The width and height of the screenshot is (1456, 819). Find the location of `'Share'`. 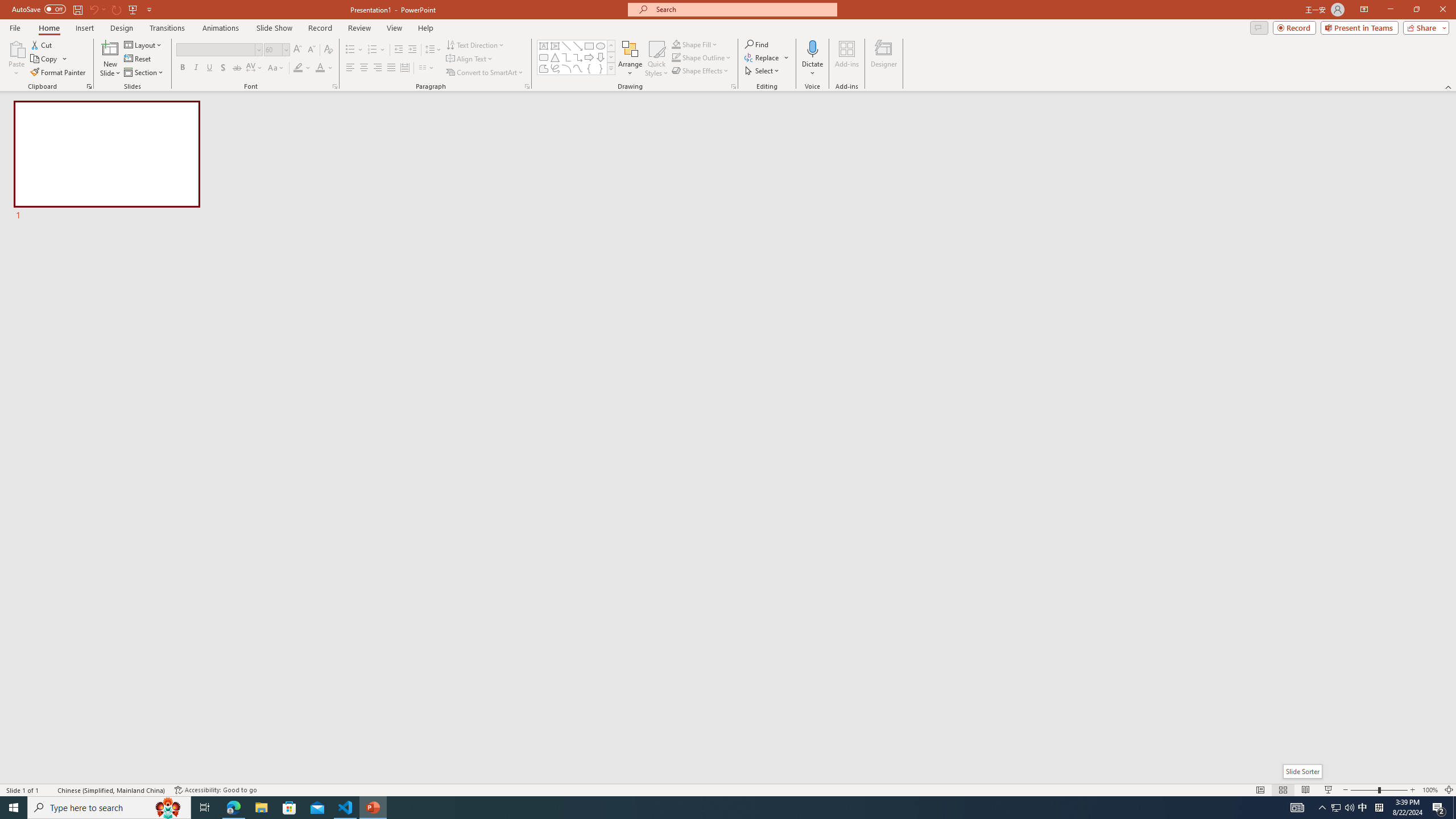

'Share' is located at coordinates (1423, 27).